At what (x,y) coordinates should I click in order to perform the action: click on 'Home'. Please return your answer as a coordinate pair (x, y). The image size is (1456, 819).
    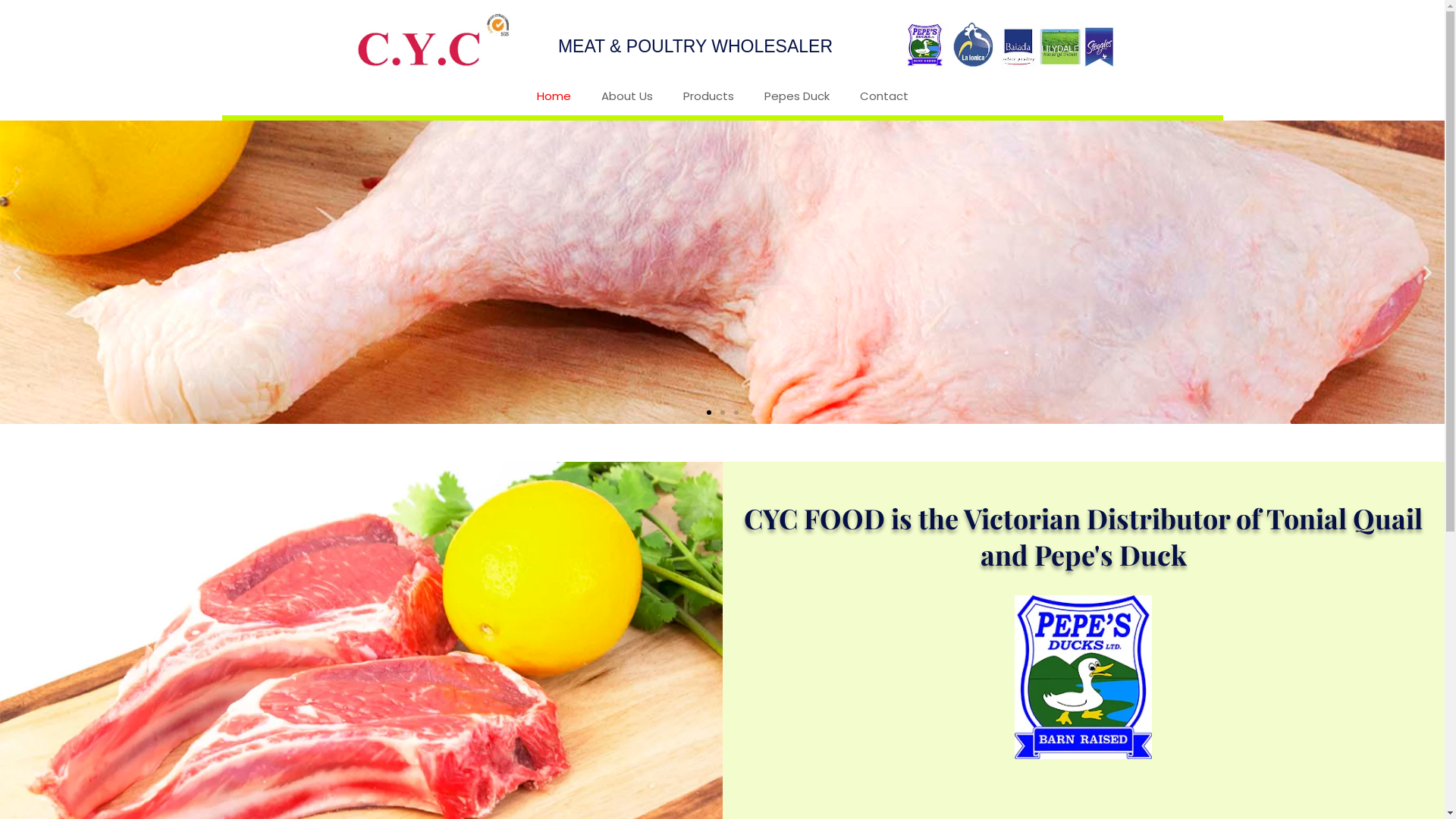
    Looking at the image, I should click on (553, 96).